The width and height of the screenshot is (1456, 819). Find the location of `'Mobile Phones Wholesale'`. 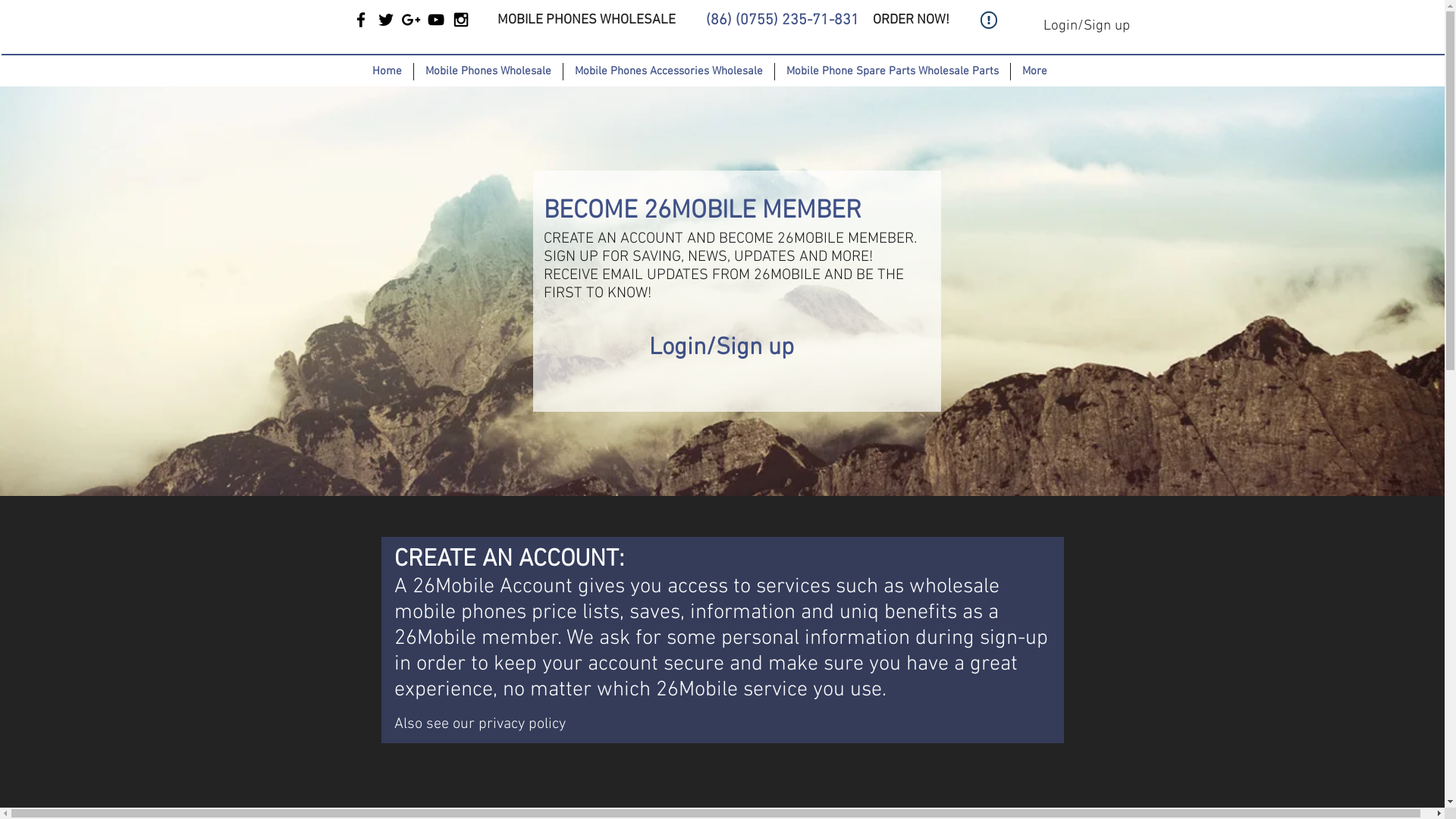

'Mobile Phones Wholesale' is located at coordinates (487, 71).